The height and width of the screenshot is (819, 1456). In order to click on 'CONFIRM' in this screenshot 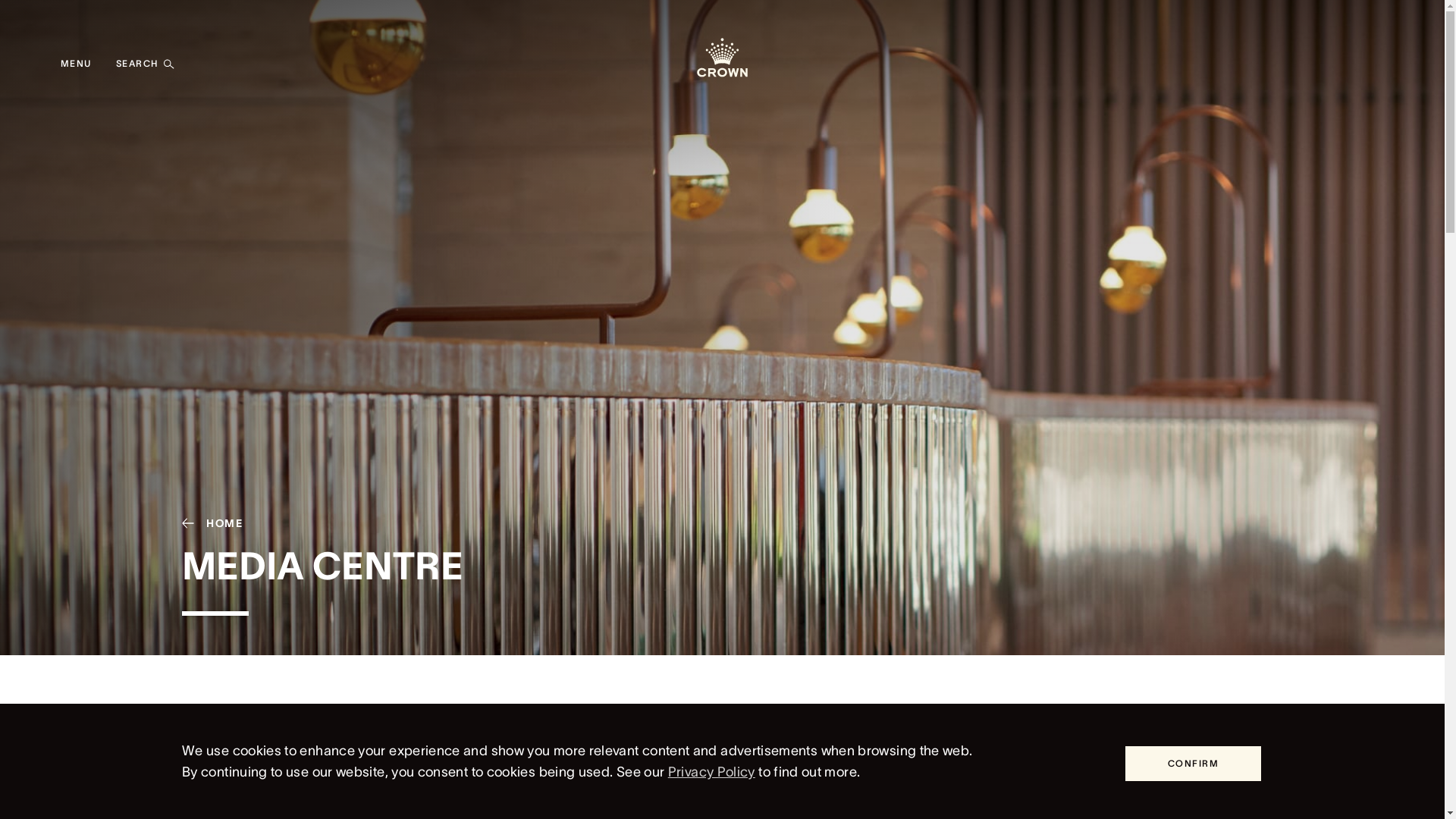, I will do `click(1192, 763)`.